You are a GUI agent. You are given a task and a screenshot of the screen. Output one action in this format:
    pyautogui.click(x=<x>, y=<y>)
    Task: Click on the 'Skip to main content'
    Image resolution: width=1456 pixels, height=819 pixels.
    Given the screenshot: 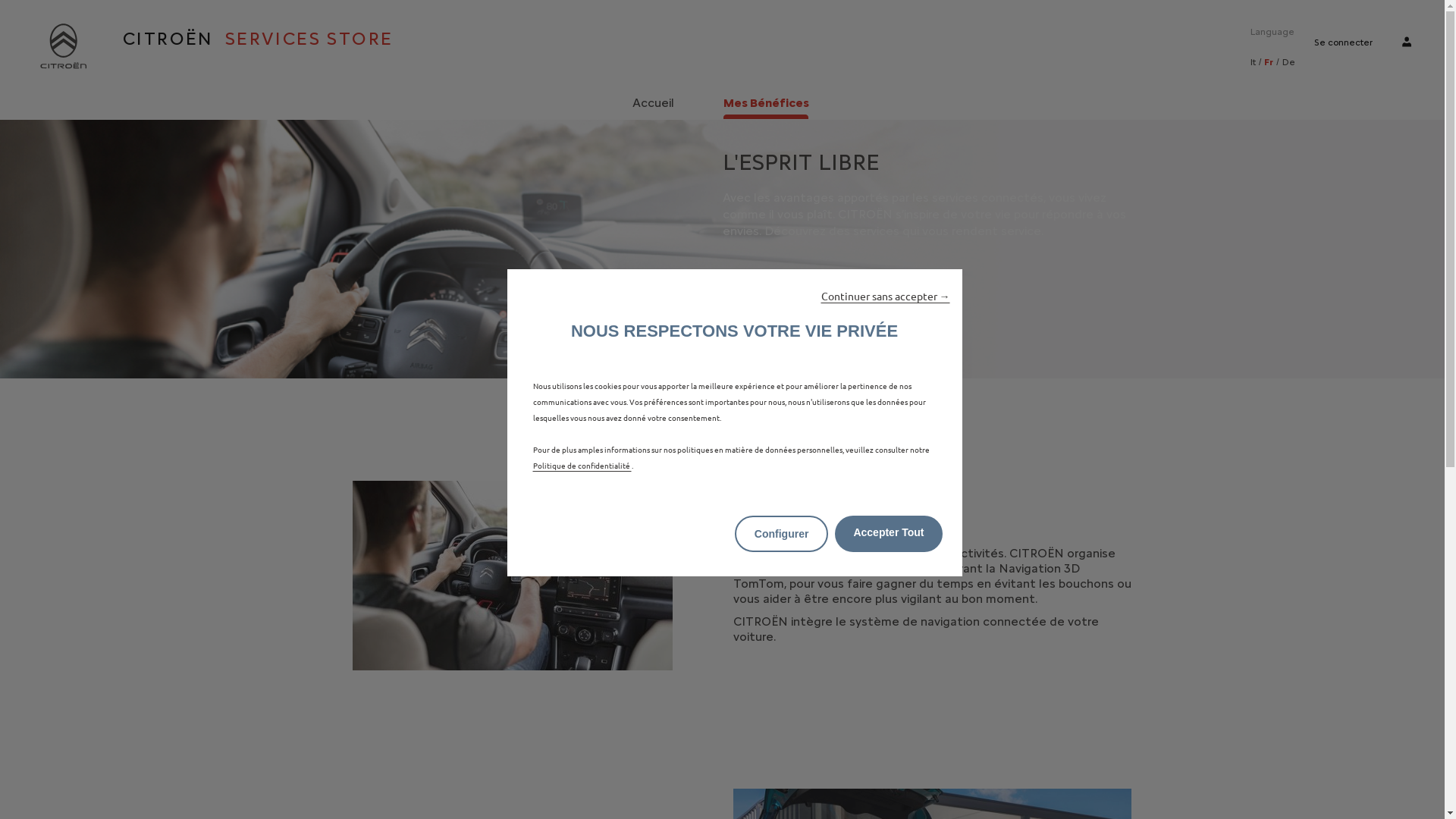 What is the action you would take?
    pyautogui.click(x=0, y=0)
    